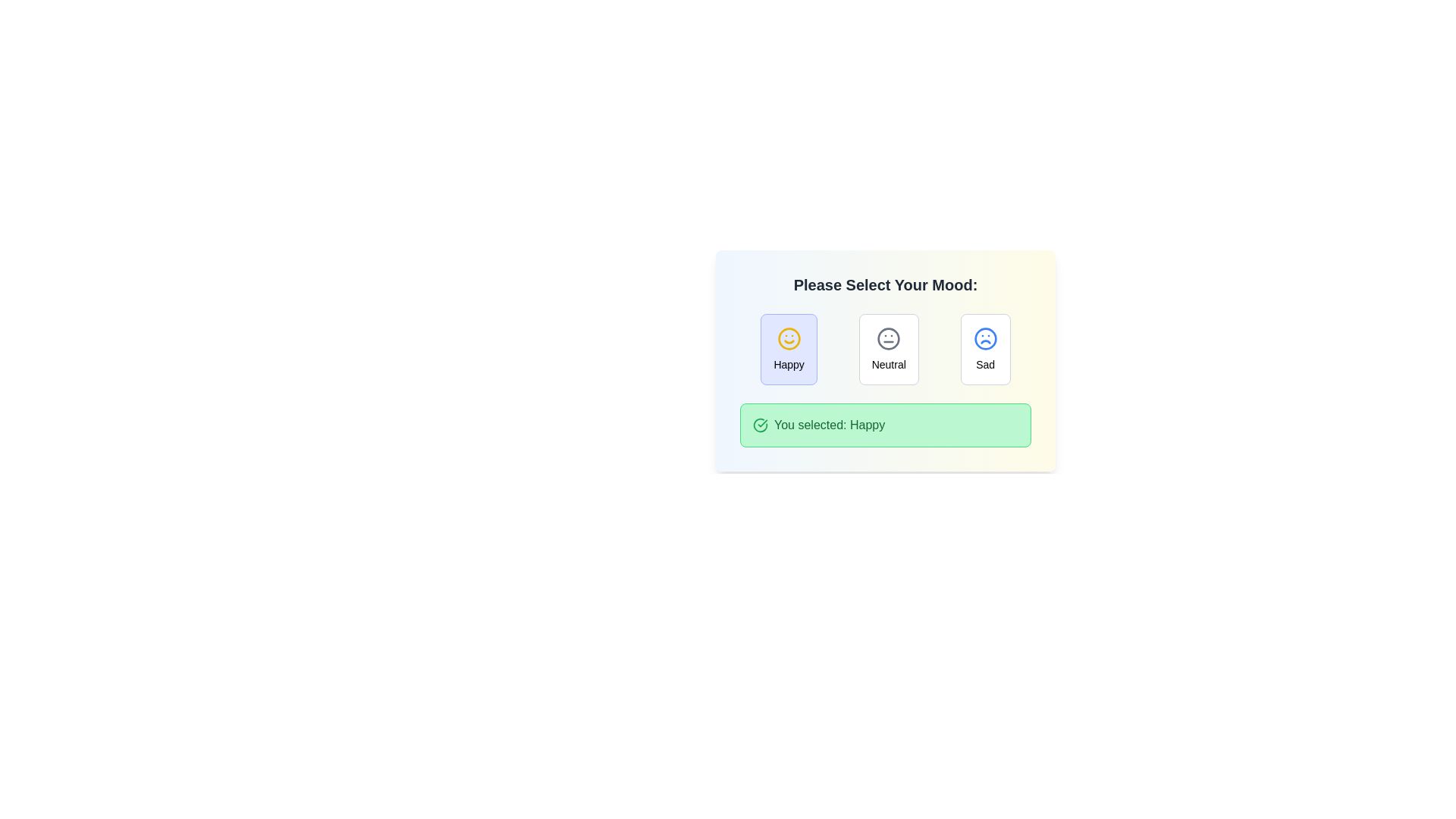 The width and height of the screenshot is (1456, 819). I want to click on the 'Happy' mood button located on the left side of the interface, so click(789, 350).